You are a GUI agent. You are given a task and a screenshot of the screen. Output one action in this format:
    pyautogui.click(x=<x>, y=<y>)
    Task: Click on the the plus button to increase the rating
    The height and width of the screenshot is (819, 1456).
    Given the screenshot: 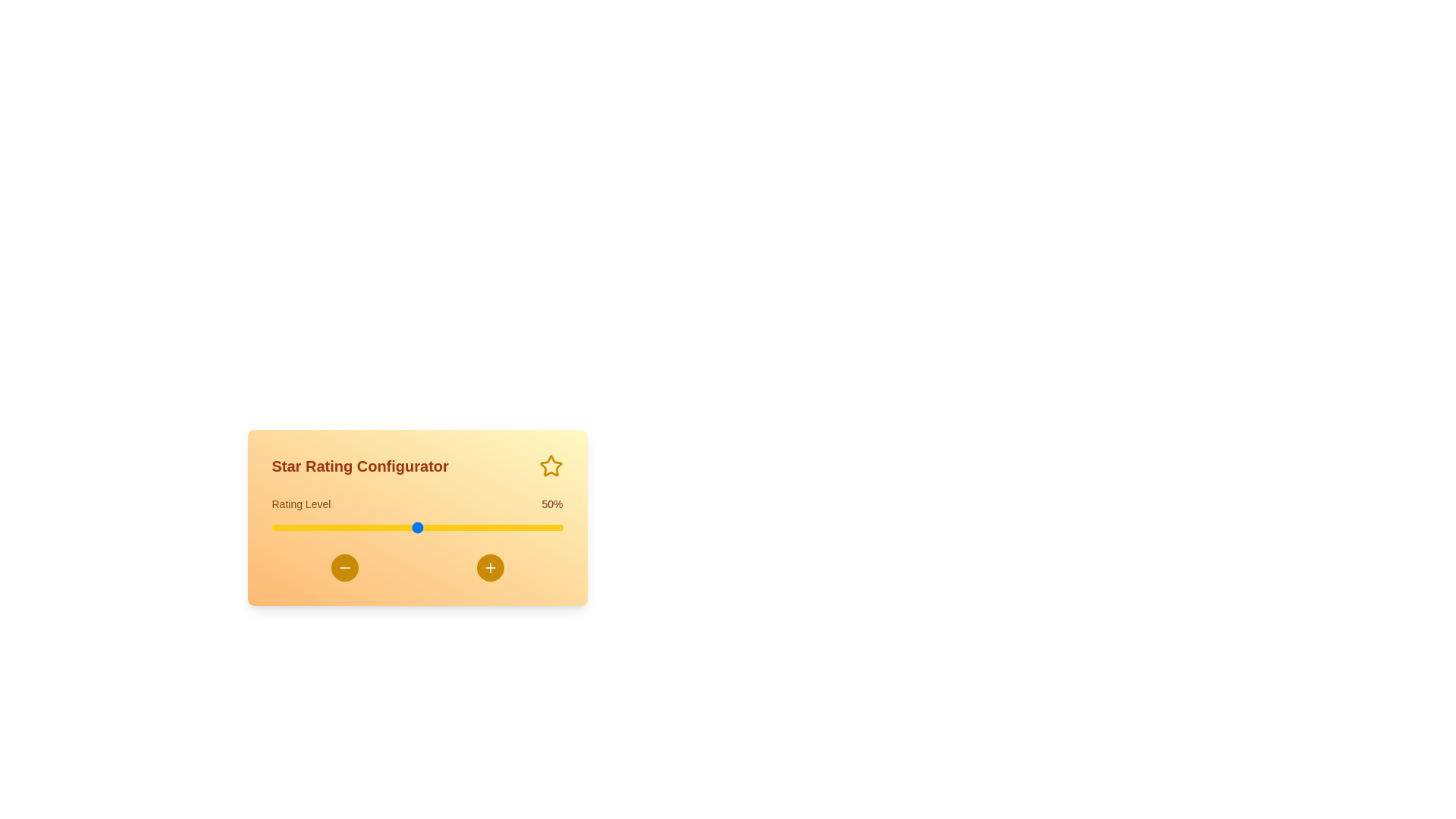 What is the action you would take?
    pyautogui.click(x=490, y=567)
    